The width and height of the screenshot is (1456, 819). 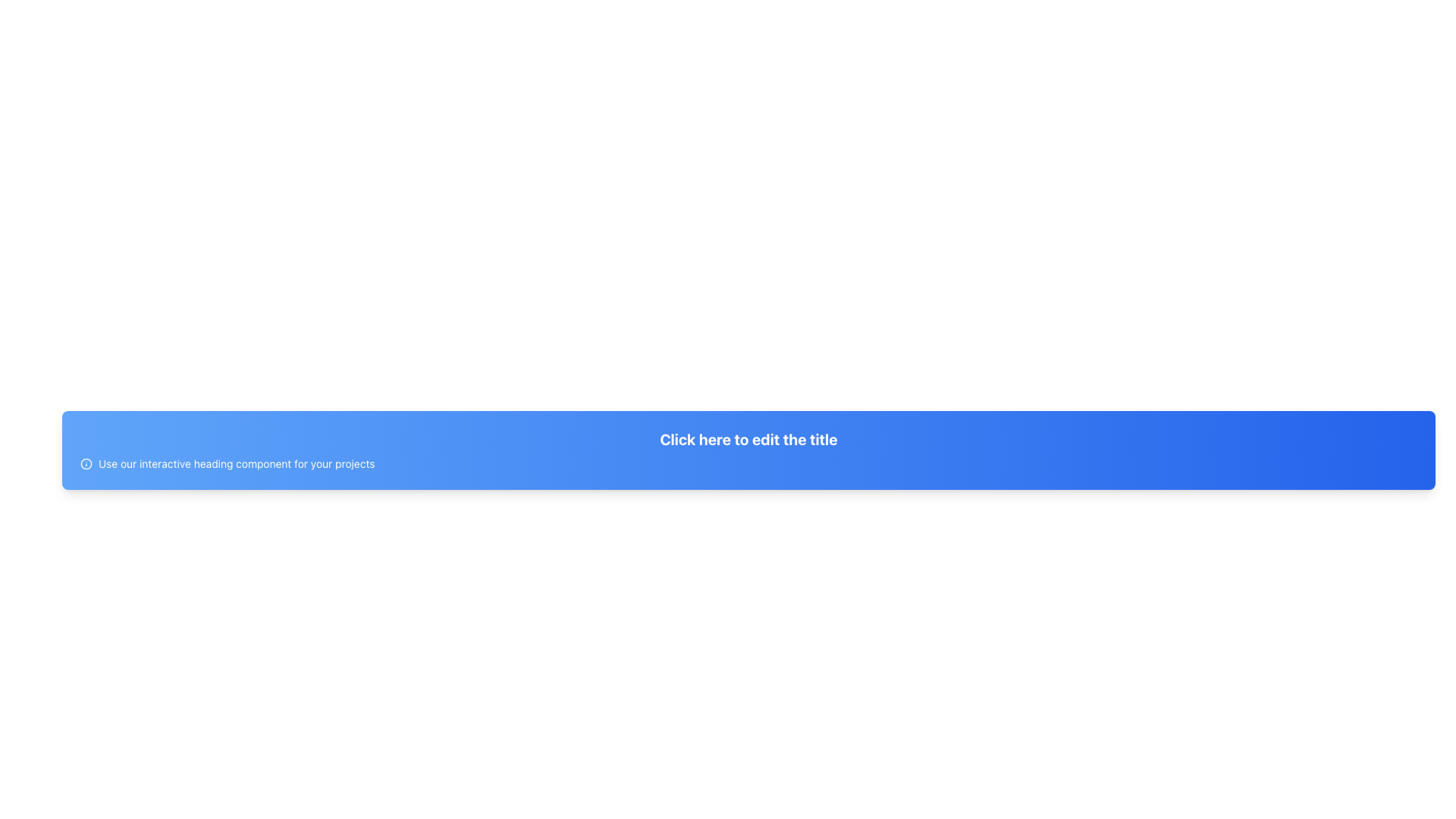 I want to click on the information icon located at the beginning of the horizontal bar, adjacent to the text 'Use our interactive heading component for your projects', so click(x=86, y=463).